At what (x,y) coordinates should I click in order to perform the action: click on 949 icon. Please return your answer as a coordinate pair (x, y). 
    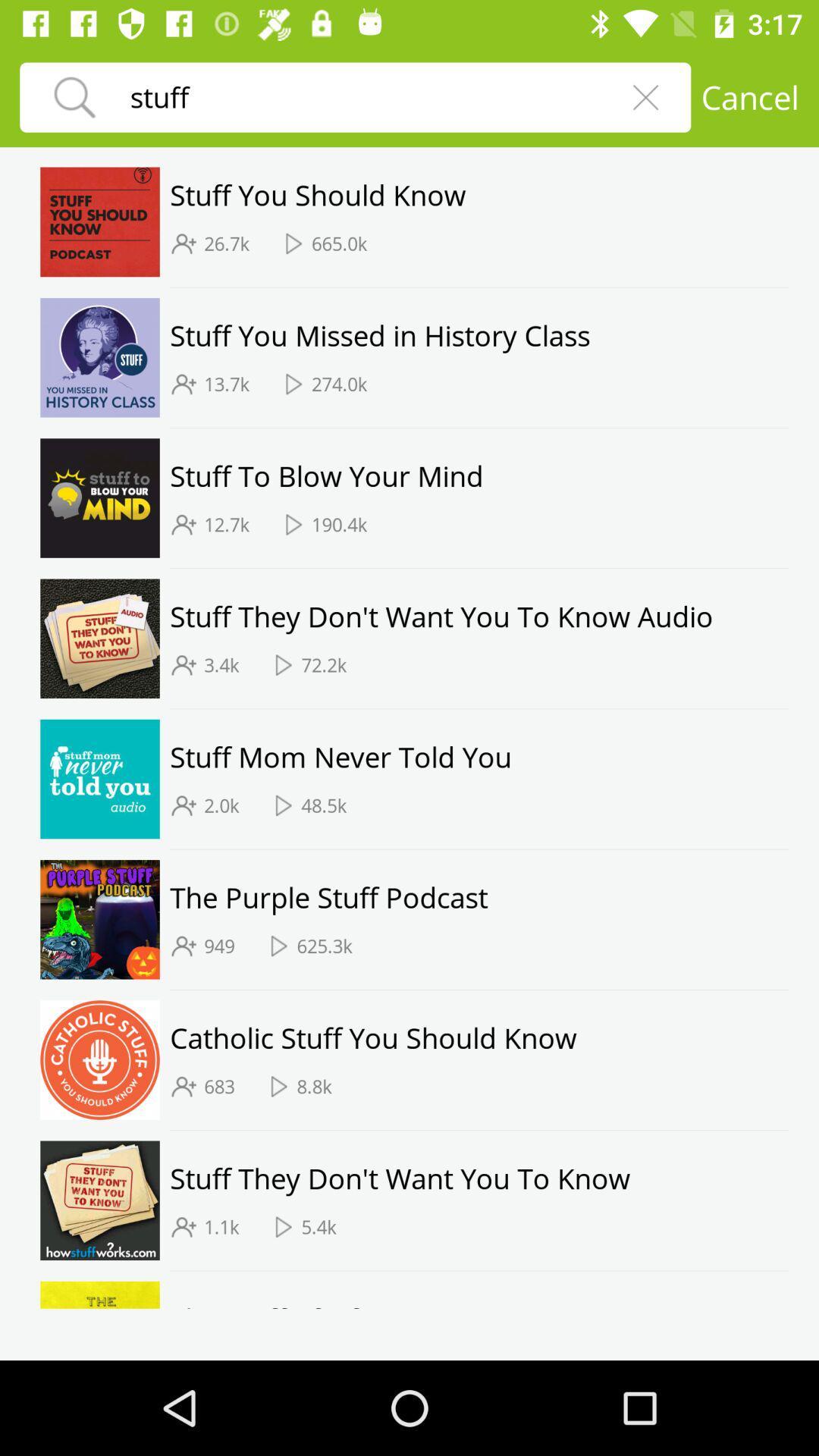
    Looking at the image, I should click on (219, 945).